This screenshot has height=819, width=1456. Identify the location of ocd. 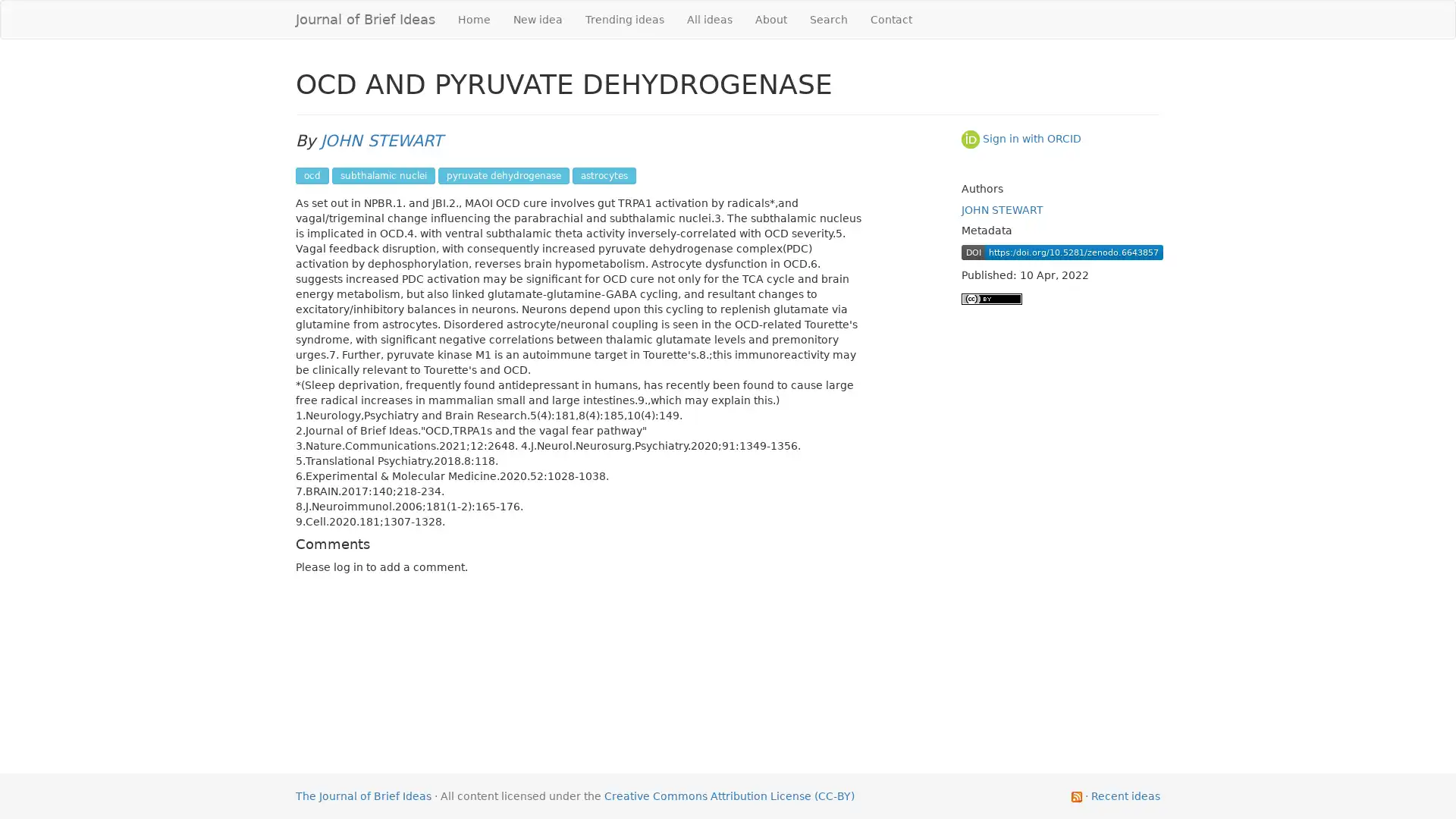
(312, 174).